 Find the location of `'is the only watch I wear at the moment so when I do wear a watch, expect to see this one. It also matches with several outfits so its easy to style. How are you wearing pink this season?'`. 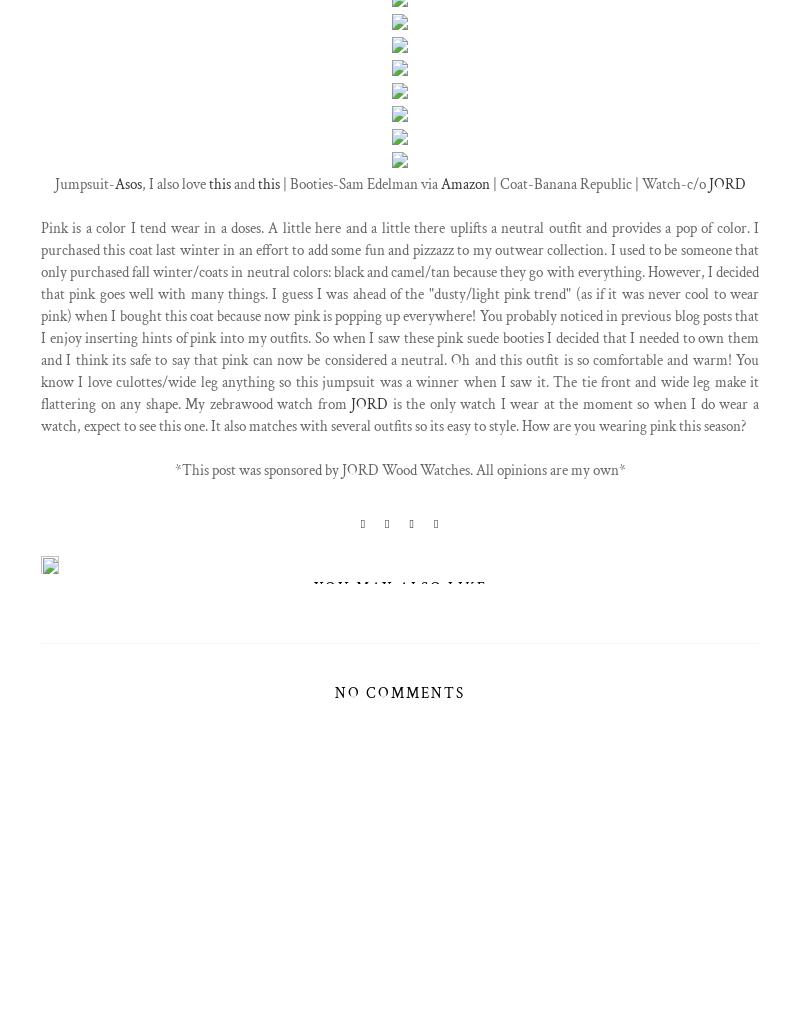

'is the only watch I wear at the moment so when I do wear a watch, expect to see this one. It also matches with several outfits so its easy to style. How are you wearing pink this season?' is located at coordinates (400, 414).